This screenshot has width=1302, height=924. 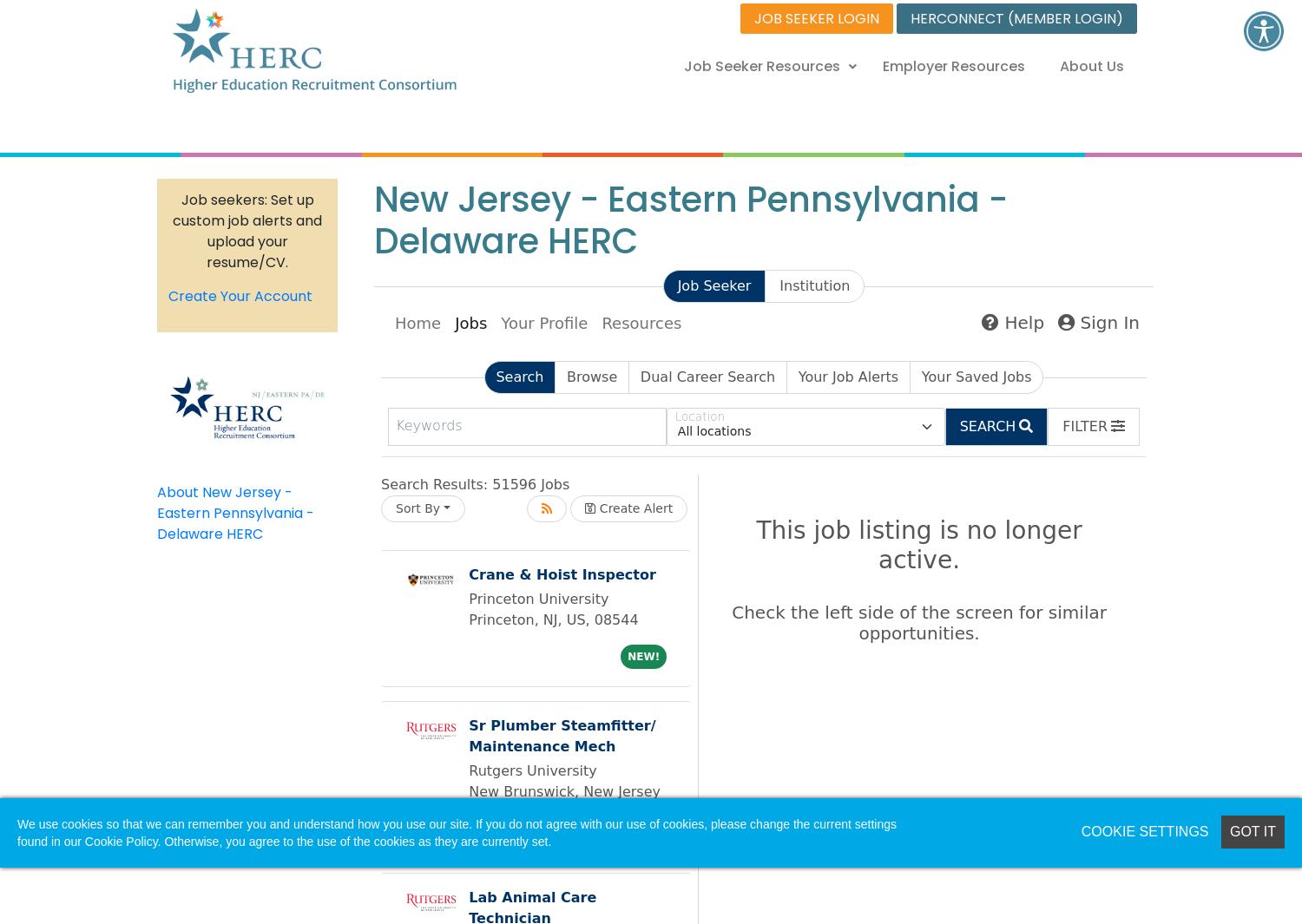 I want to click on 'Create Your Account', so click(x=240, y=295).